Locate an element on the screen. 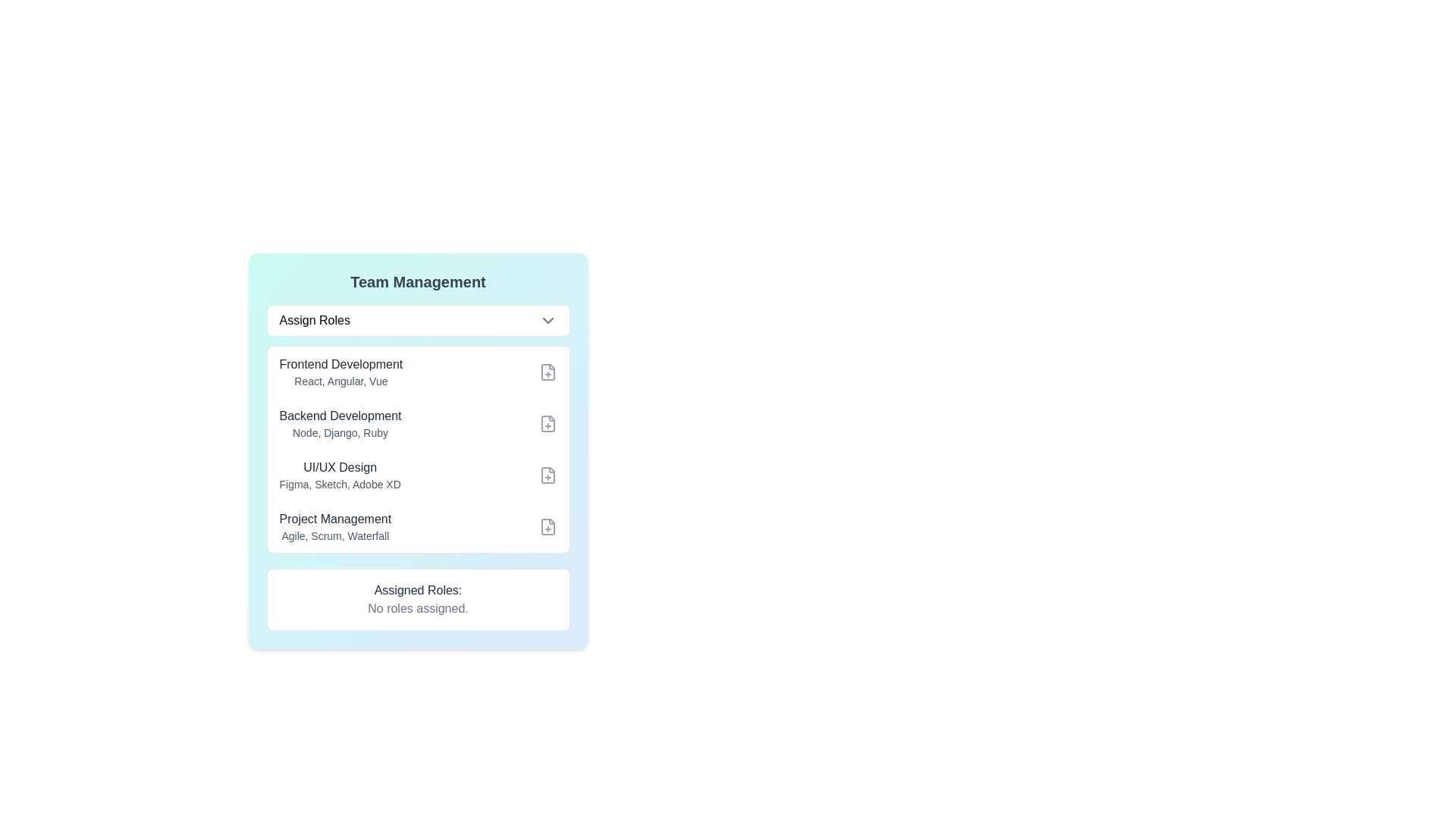 The image size is (1456, 819). text content of the Text display element titled 'Frontend Development' which includes the technologies 'React, Angular, Vue' is located at coordinates (340, 372).